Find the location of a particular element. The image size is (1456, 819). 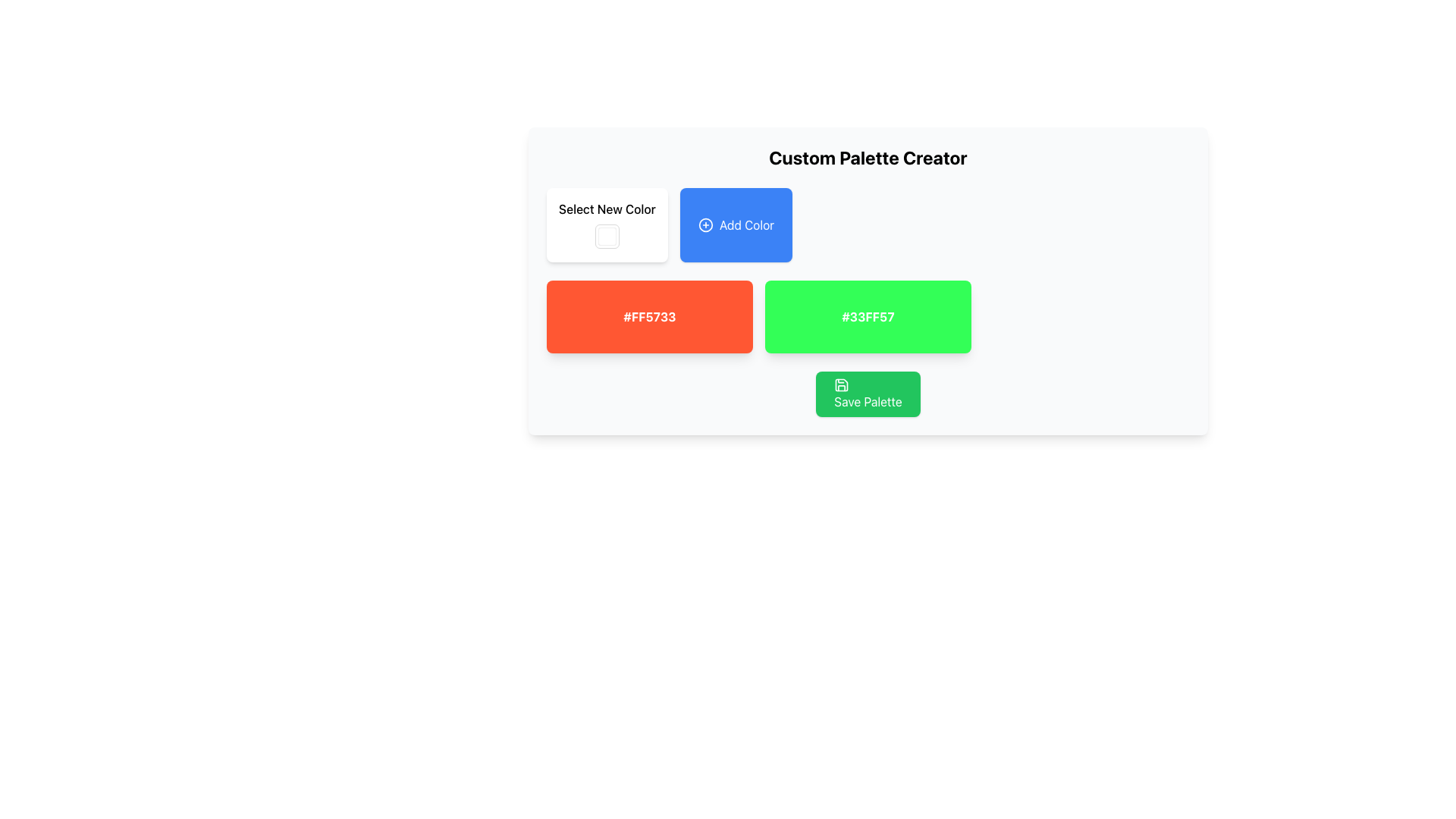

the large rectangular colored box with a vibrant orange-red background (#FF5733) that contains white, bold-centered text displaying the color code '#FF5733'. This box is positioned beneath the 'Select New Color' and 'Add Color' buttons is located at coordinates (650, 315).